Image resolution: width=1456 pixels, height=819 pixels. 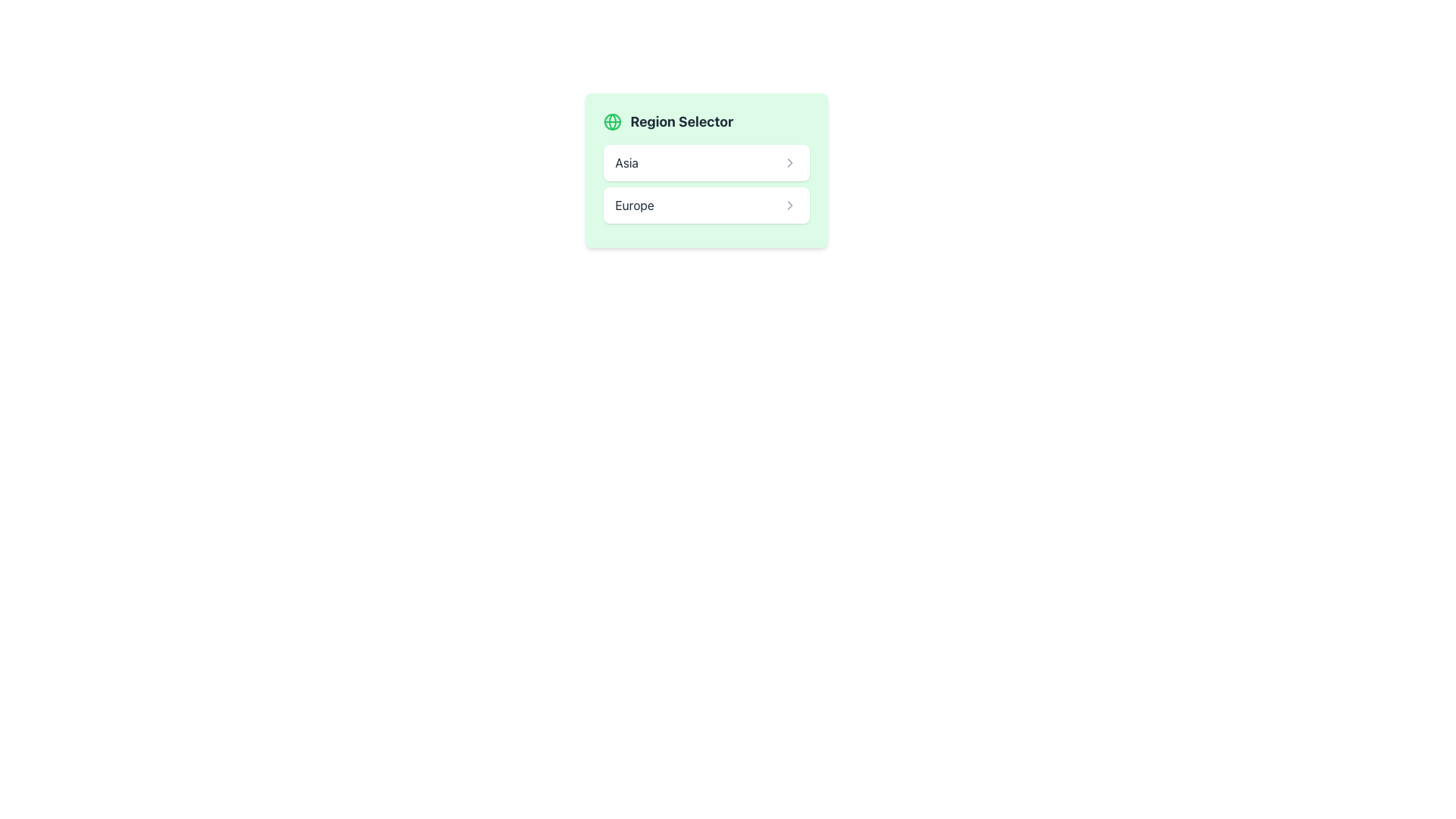 I want to click on the text label reading 'Europe', so click(x=635, y=205).